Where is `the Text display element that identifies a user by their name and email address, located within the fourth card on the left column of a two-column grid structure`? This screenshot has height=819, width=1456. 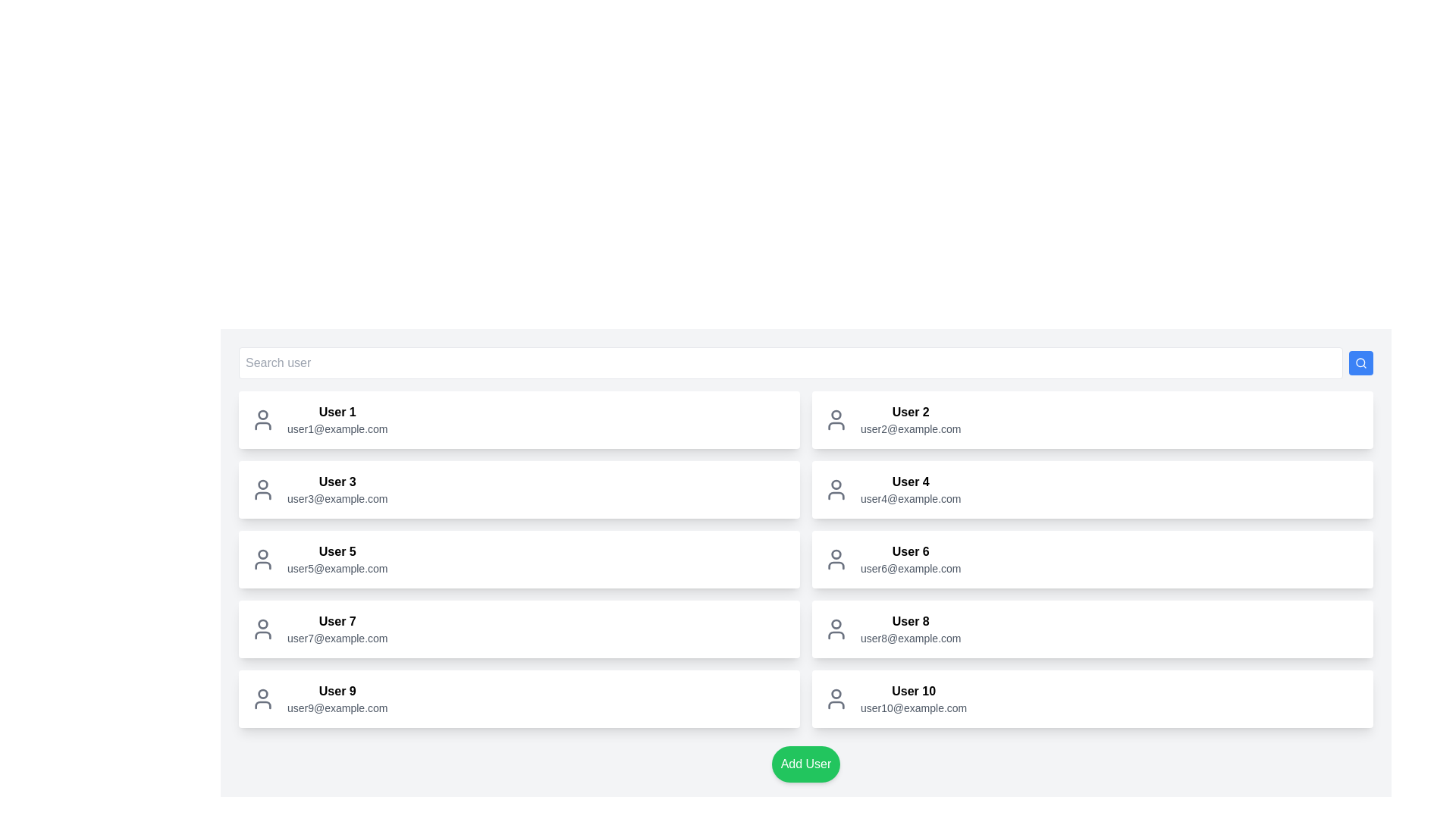 the Text display element that identifies a user by their name and email address, located within the fourth card on the left column of a two-column grid structure is located at coordinates (337, 629).